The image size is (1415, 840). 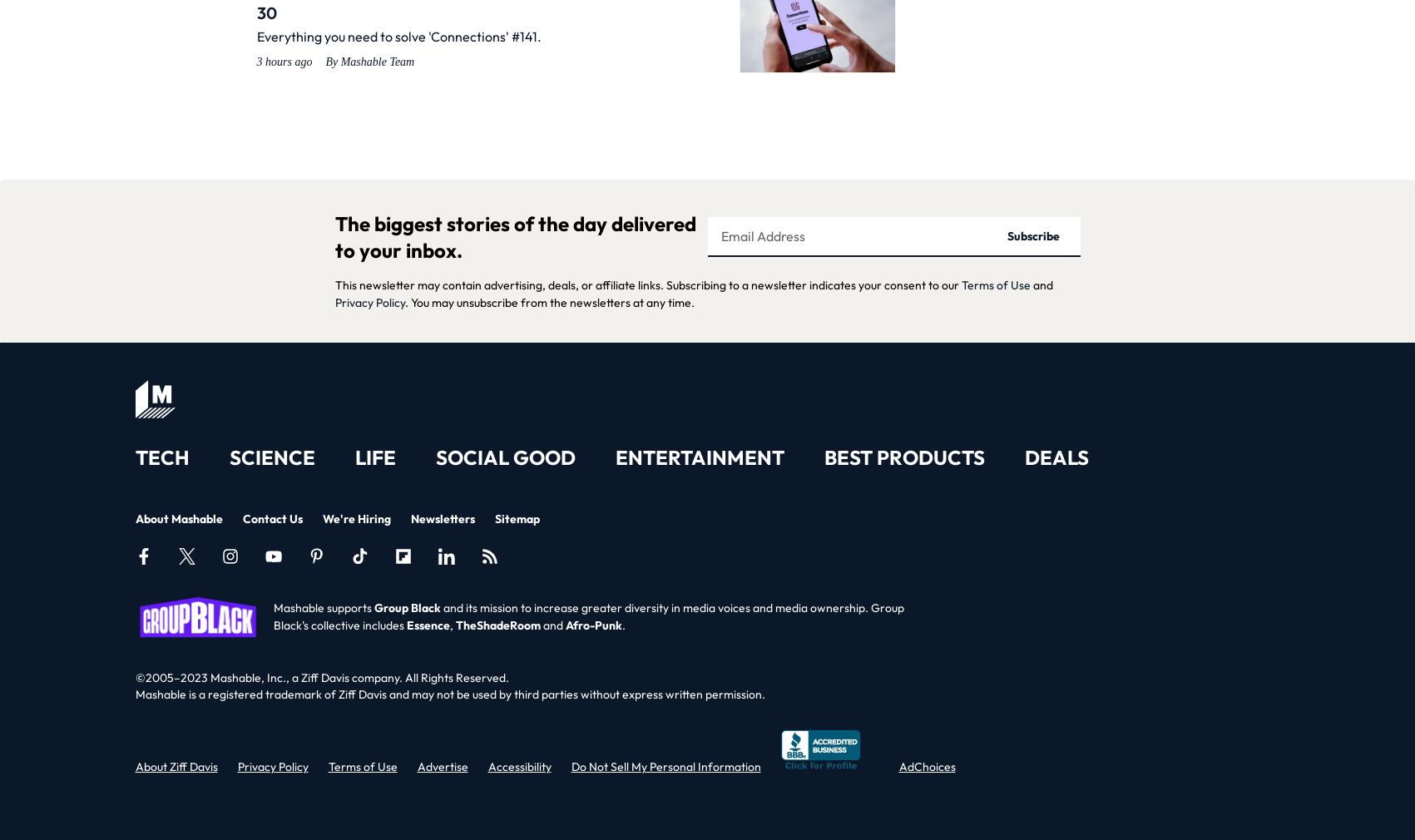 What do you see at coordinates (497, 624) in the screenshot?
I see `'TheShadeRoom'` at bounding box center [497, 624].